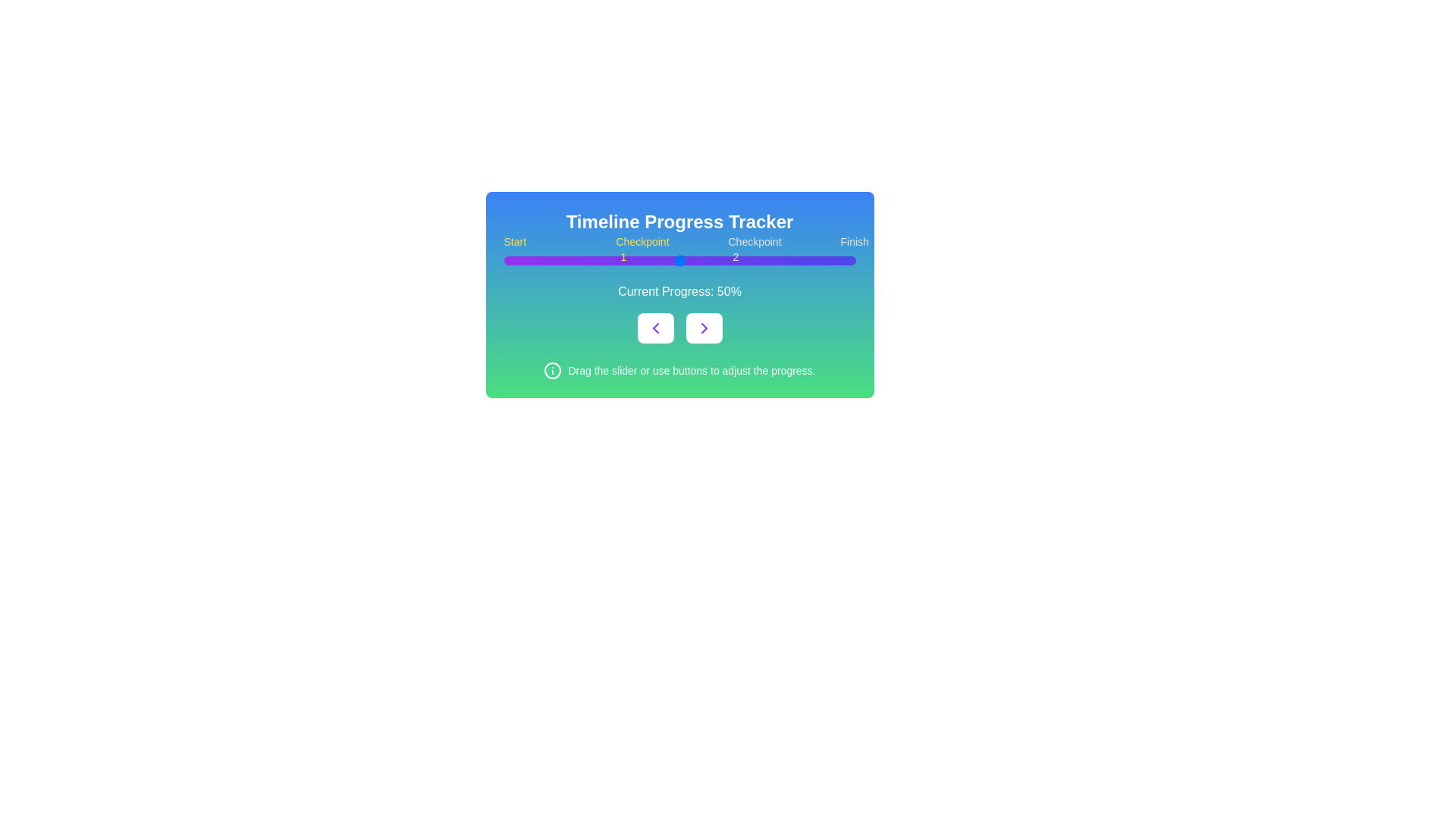  Describe the element at coordinates (703, 327) in the screenshot. I see `the forward navigation button located in the horizontal button group below the progress tracker, which is the second button in the sequence and has a right-pointing chevron` at that location.